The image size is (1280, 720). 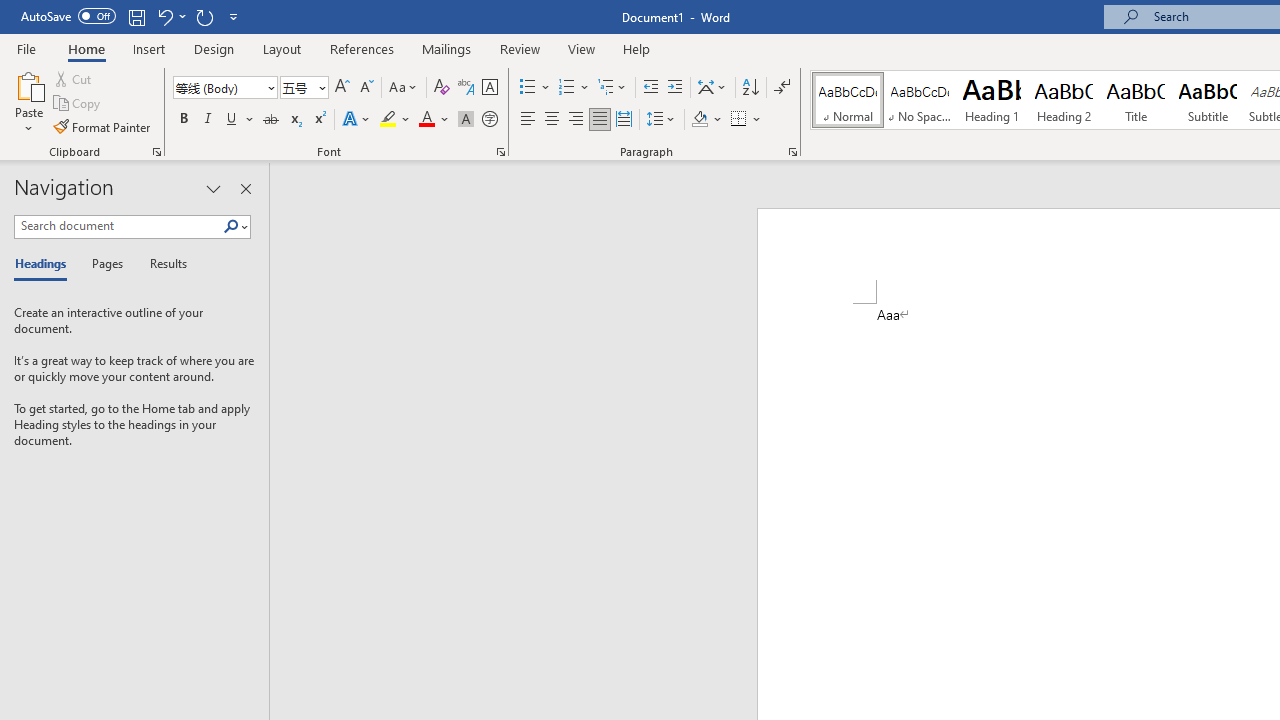 I want to click on 'View', so click(x=581, y=48).